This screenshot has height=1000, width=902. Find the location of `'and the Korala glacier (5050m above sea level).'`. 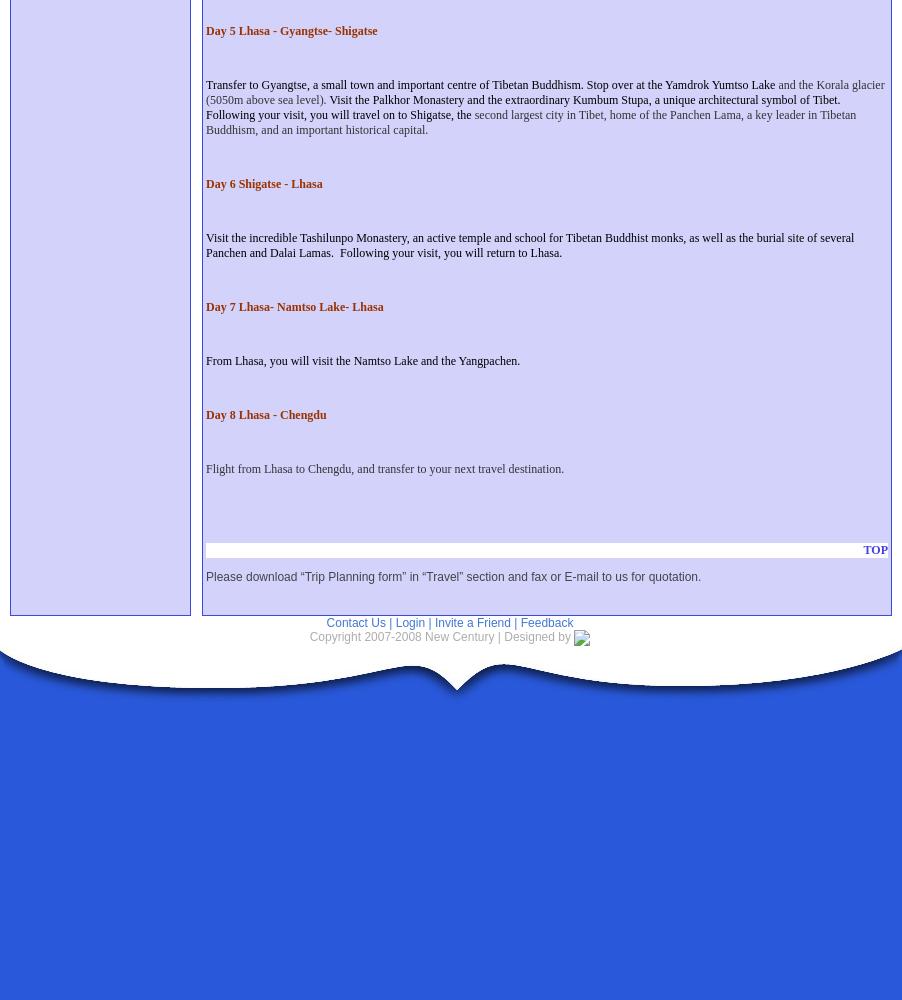

'and the Korala glacier (5050m above sea level).' is located at coordinates (544, 91).